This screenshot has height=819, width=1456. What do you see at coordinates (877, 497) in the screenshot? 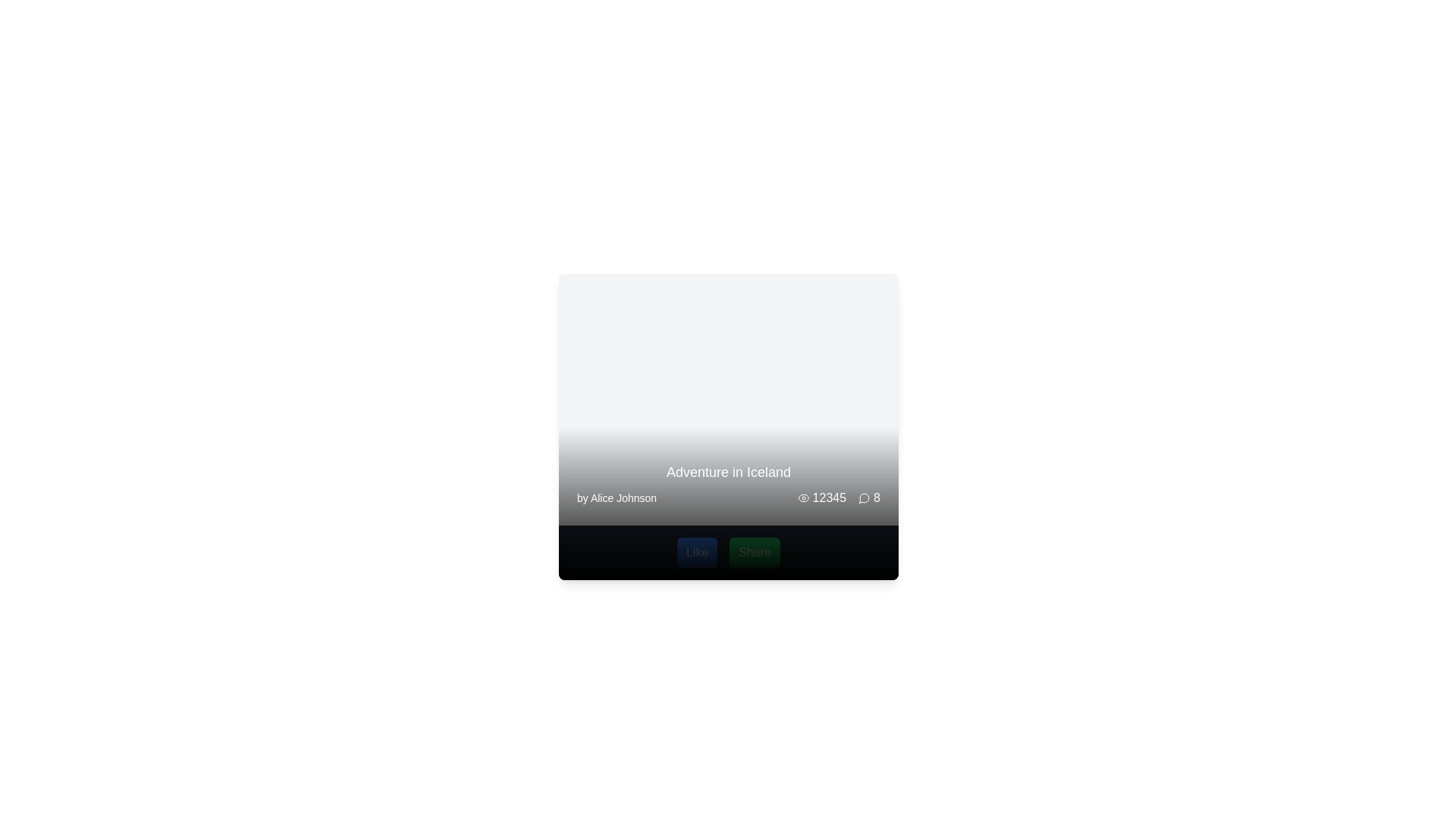
I see `the Text display showing the number '8', which is positioned adjacent to a message bubble icon in the bottom-right corner of the interface` at bounding box center [877, 497].